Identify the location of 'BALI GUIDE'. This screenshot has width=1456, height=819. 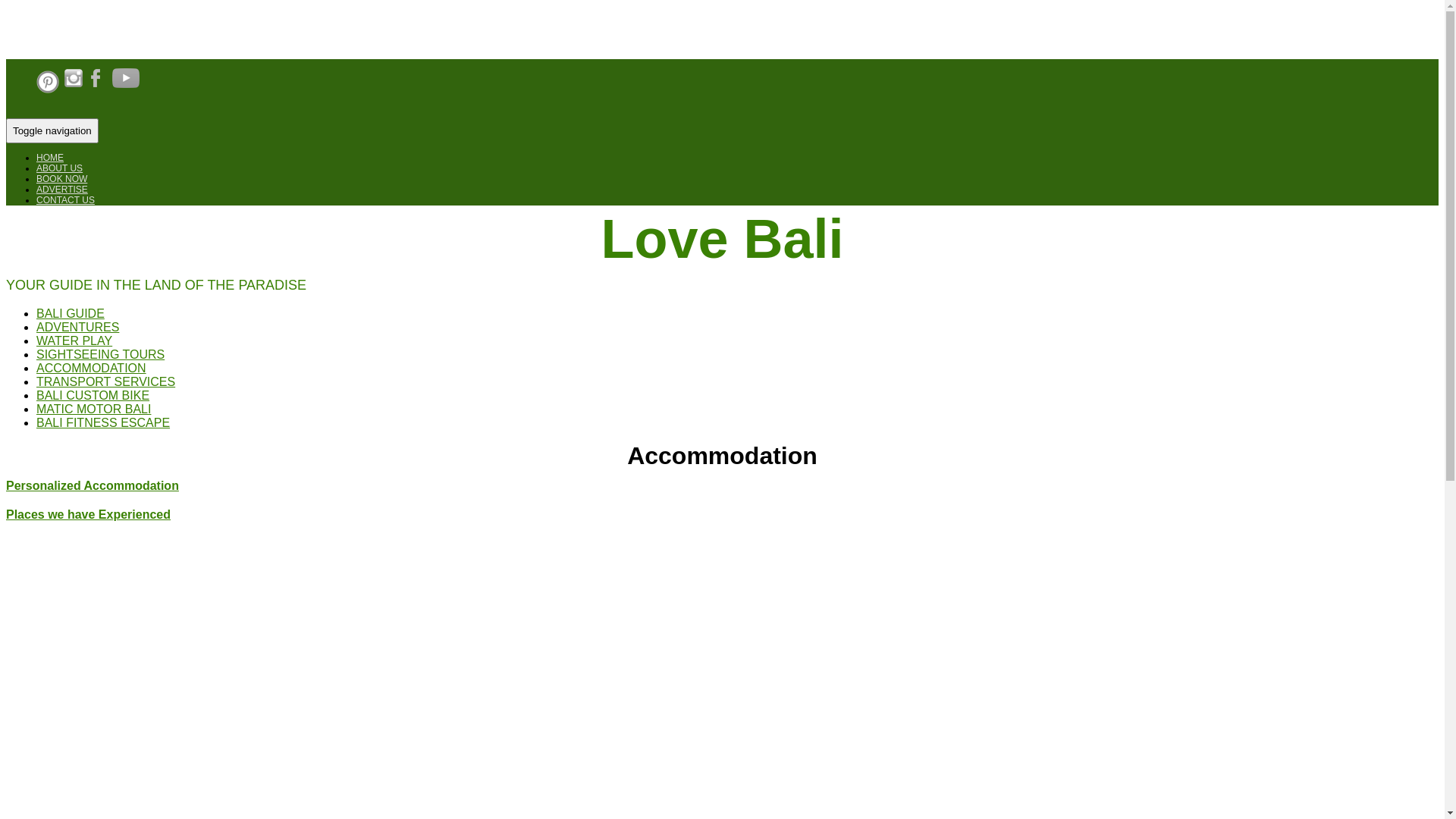
(69, 312).